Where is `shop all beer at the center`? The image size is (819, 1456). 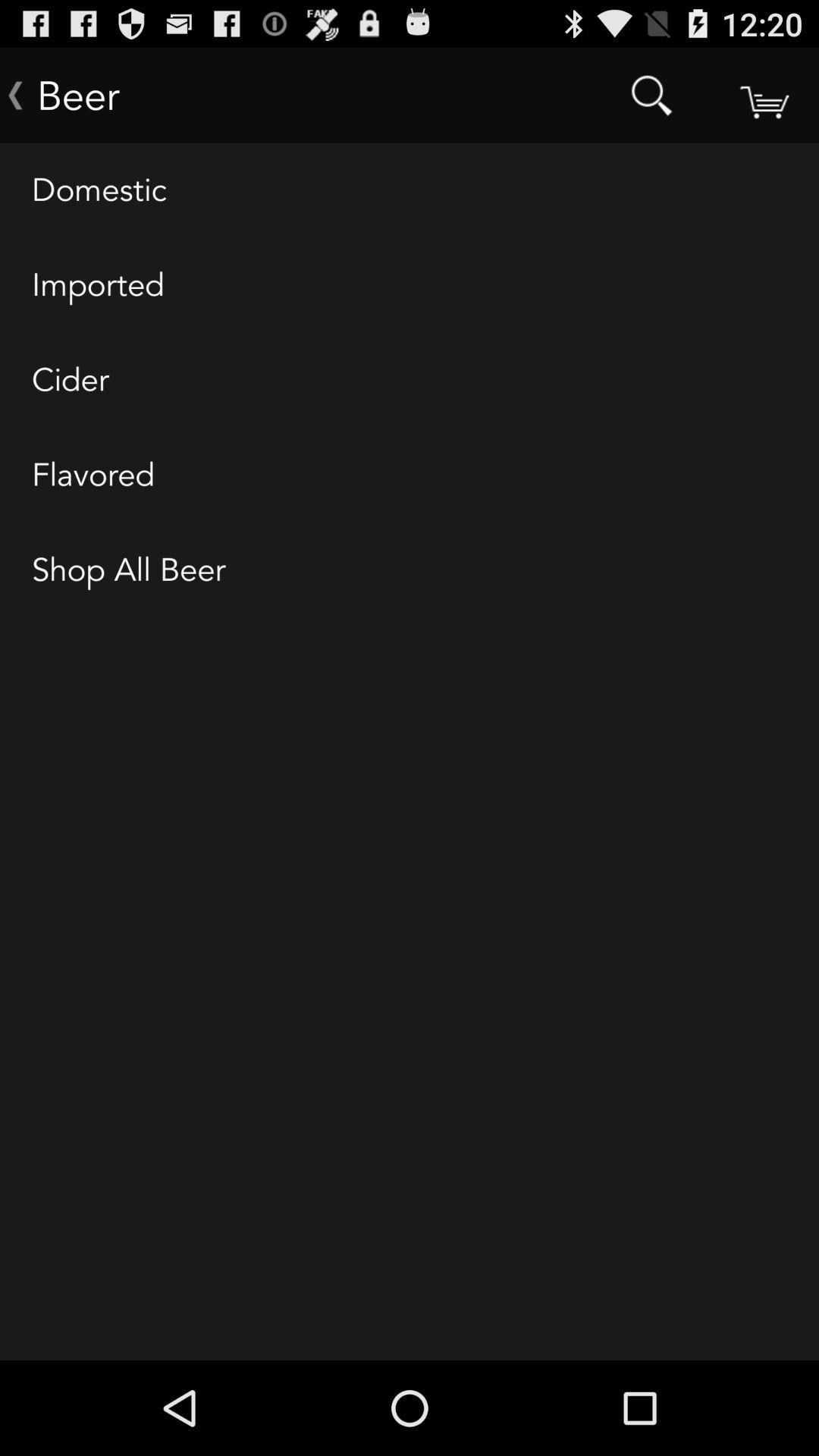 shop all beer at the center is located at coordinates (409, 570).